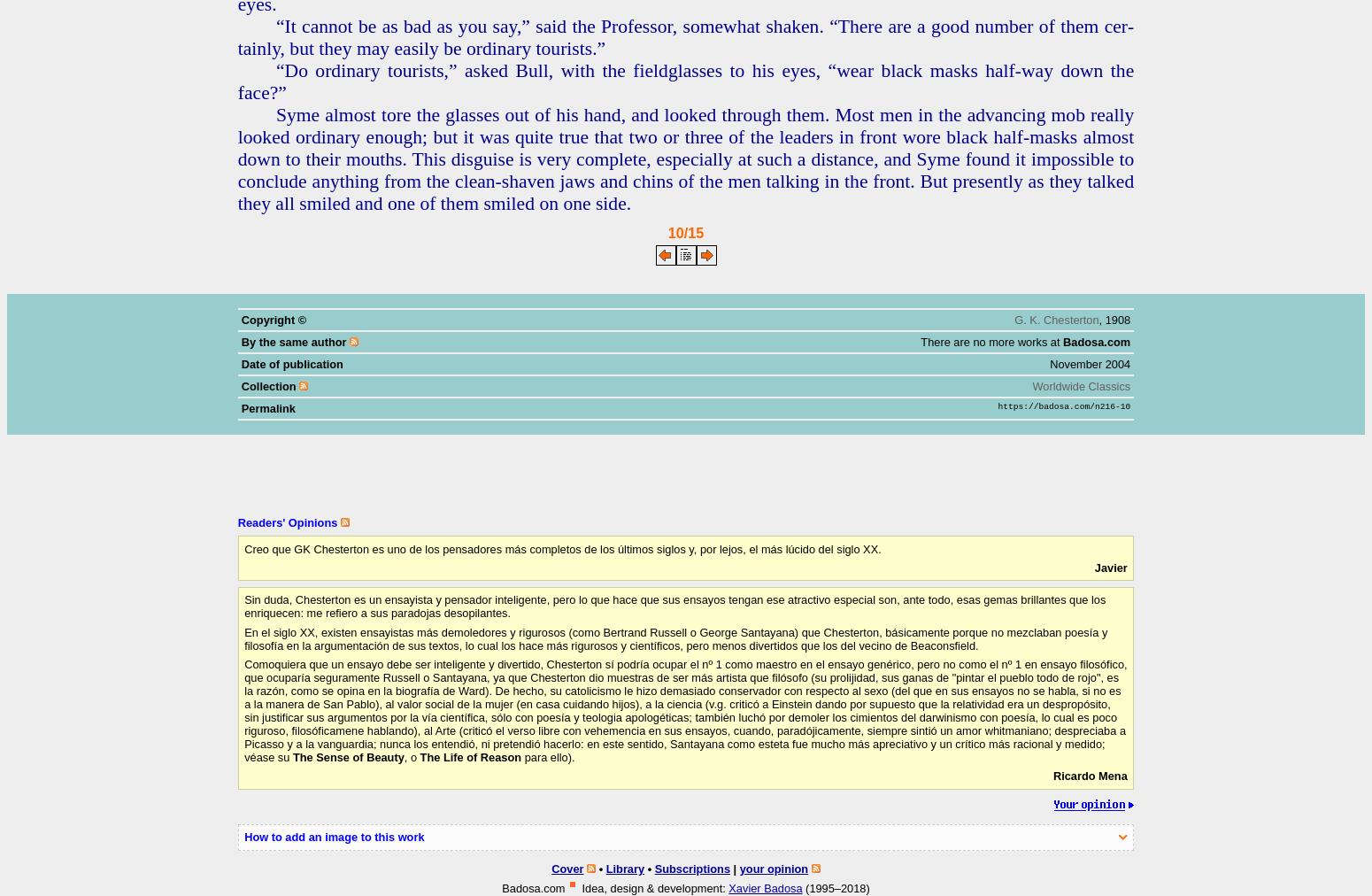 This screenshot has width=1372, height=896. Describe the element at coordinates (267, 408) in the screenshot. I see `'Permalink'` at that location.